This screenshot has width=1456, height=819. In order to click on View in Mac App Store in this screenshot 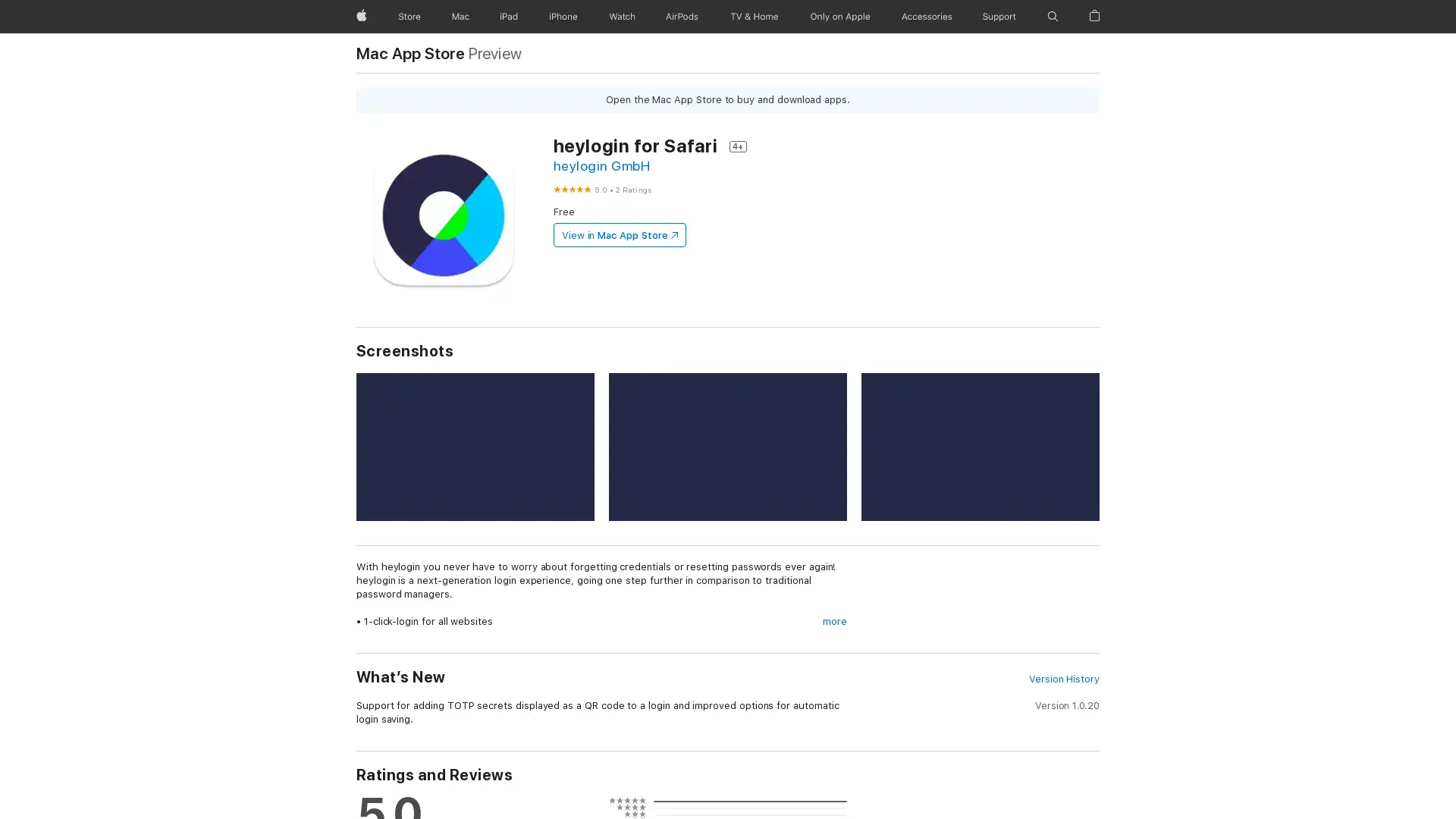, I will do `click(619, 234)`.